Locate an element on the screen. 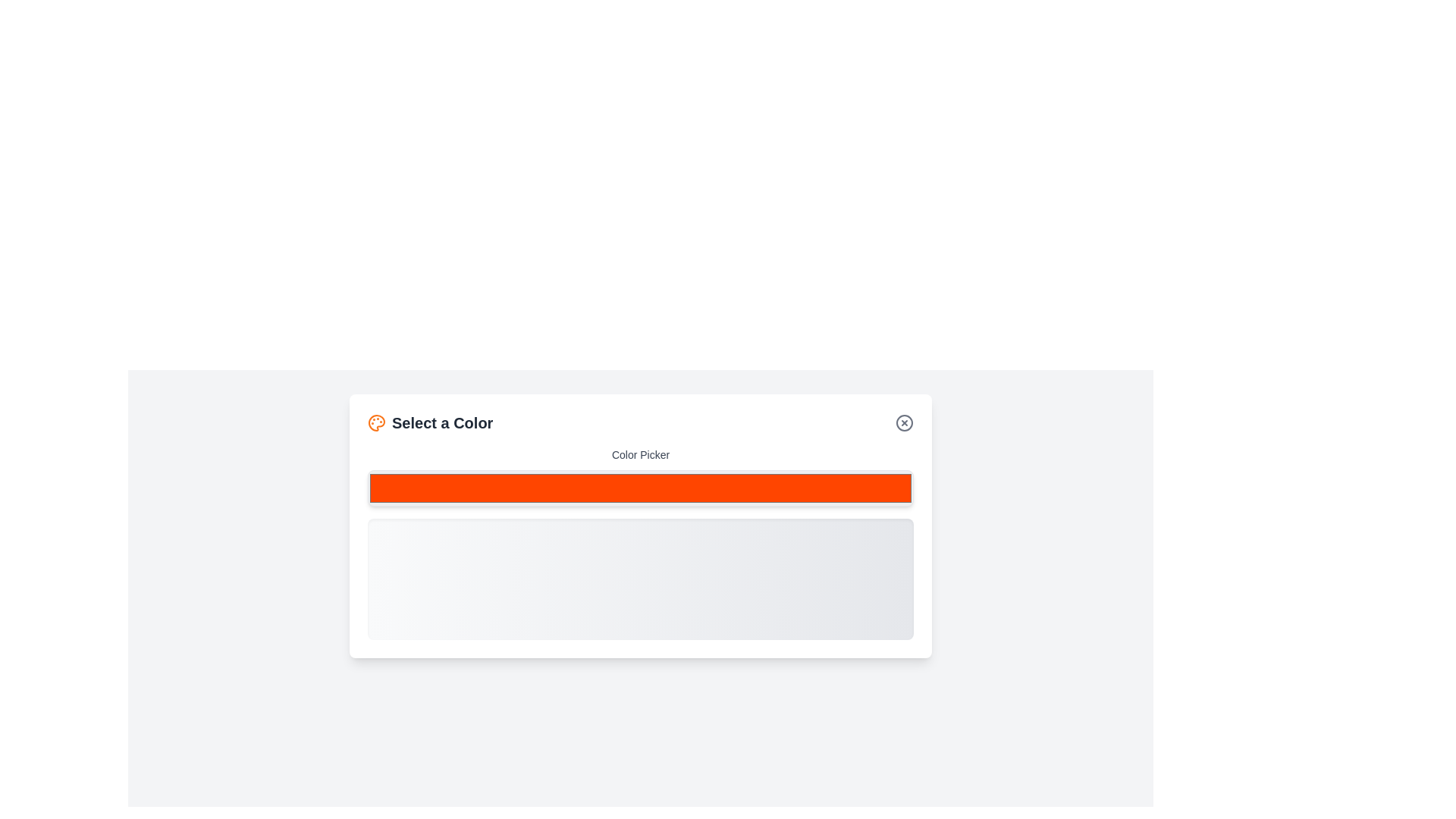 Image resolution: width=1456 pixels, height=819 pixels. the 'Color Picker' text label displayed in gray, which is styled with a smaller font size and medium weight, located above a color selection input field is located at coordinates (640, 454).